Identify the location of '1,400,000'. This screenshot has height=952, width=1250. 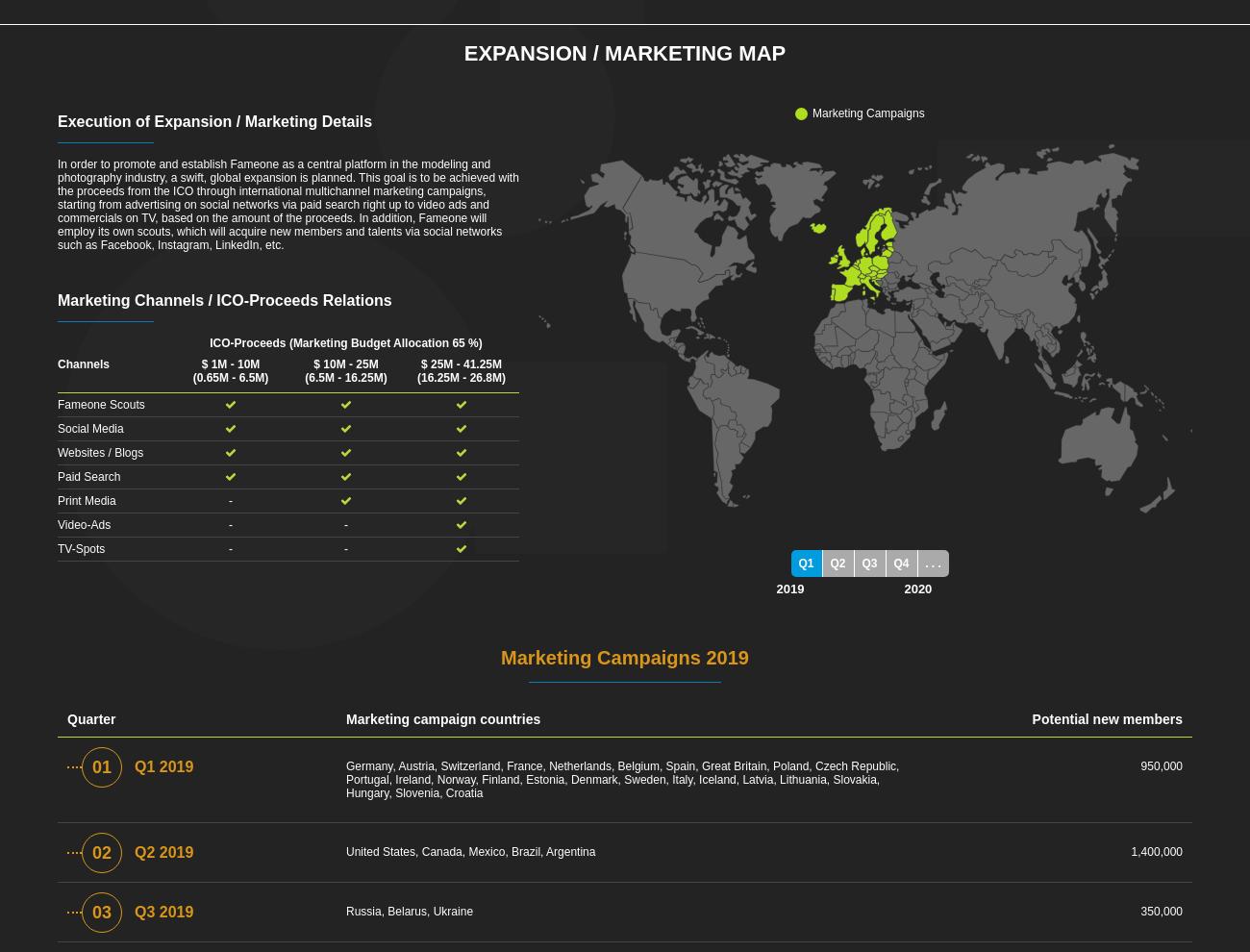
(1156, 851).